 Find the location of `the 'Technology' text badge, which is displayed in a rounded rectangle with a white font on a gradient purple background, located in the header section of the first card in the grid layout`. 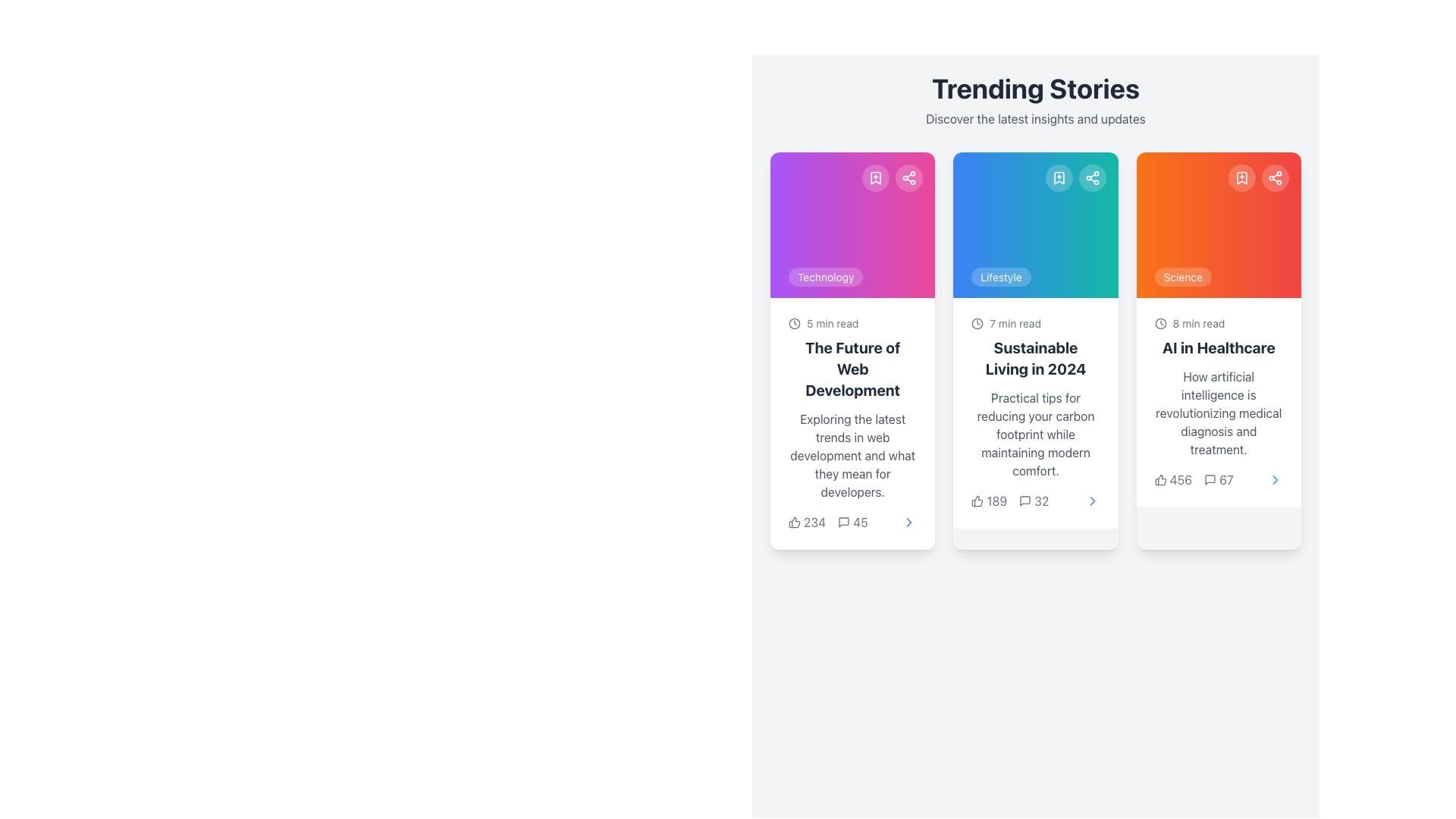

the 'Technology' text badge, which is displayed in a rounded rectangle with a white font on a gradient purple background, located in the header section of the first card in the grid layout is located at coordinates (825, 277).